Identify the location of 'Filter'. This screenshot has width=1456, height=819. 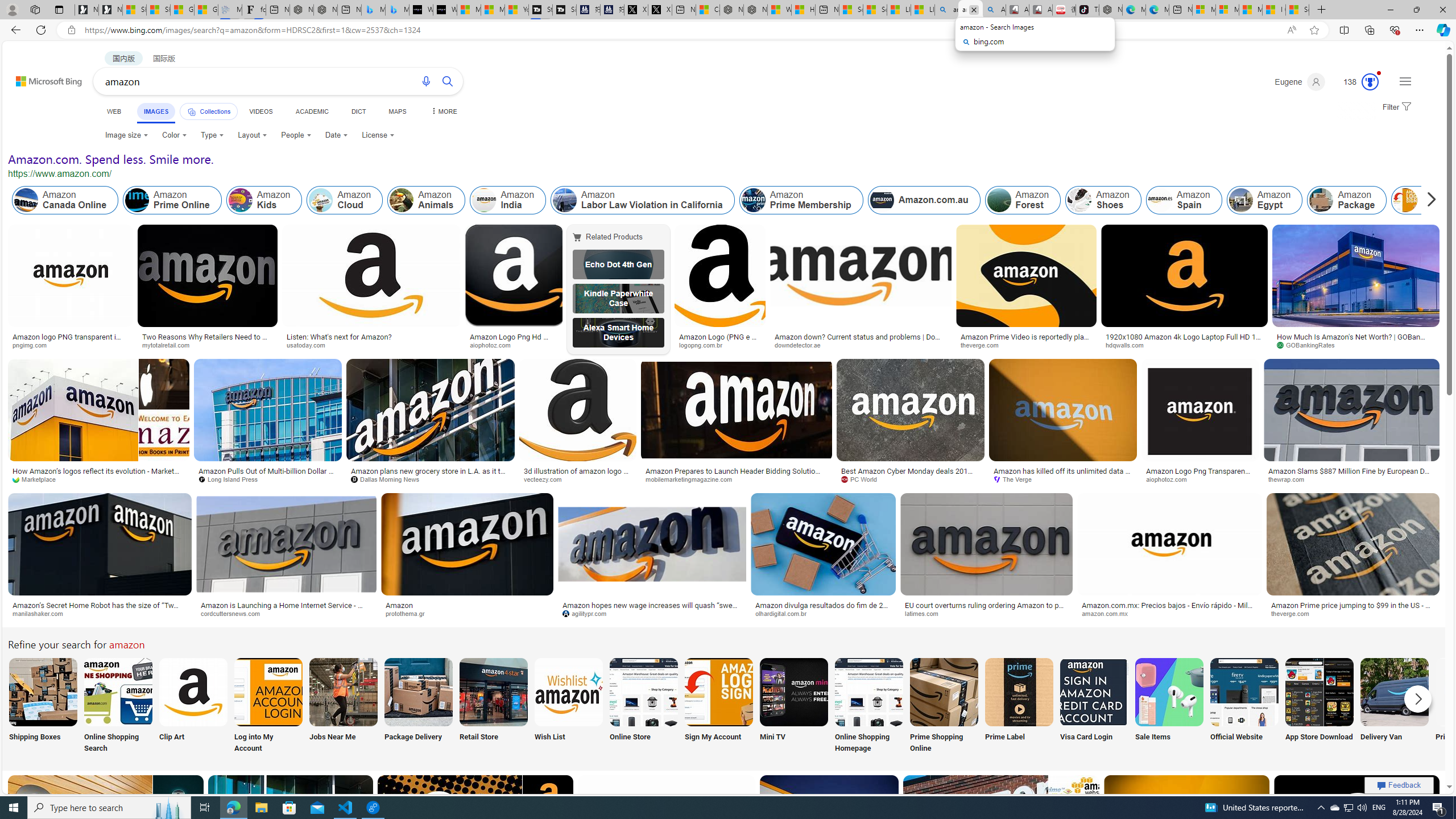
(1395, 107).